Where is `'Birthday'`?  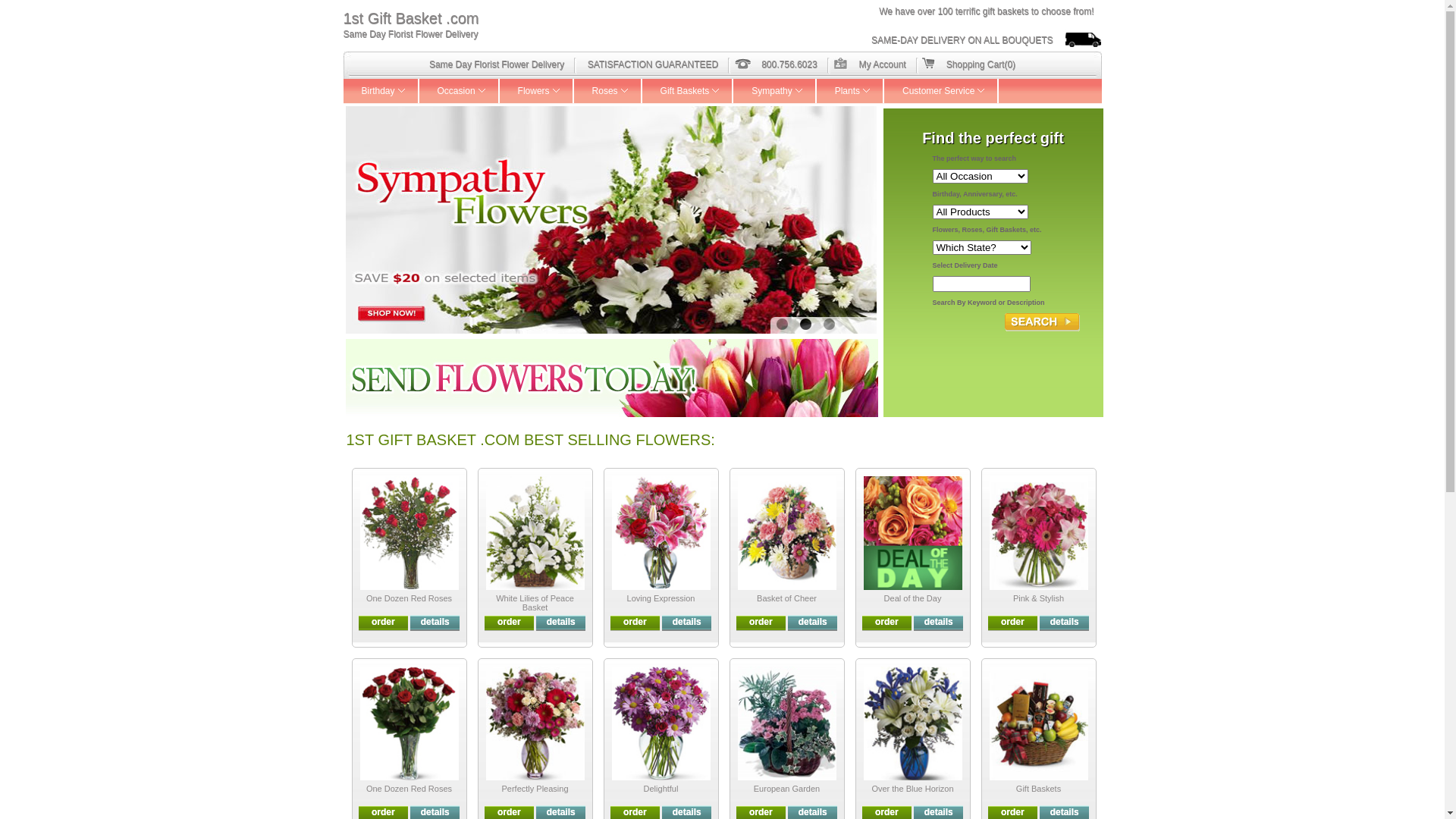
'Birthday' is located at coordinates (381, 90).